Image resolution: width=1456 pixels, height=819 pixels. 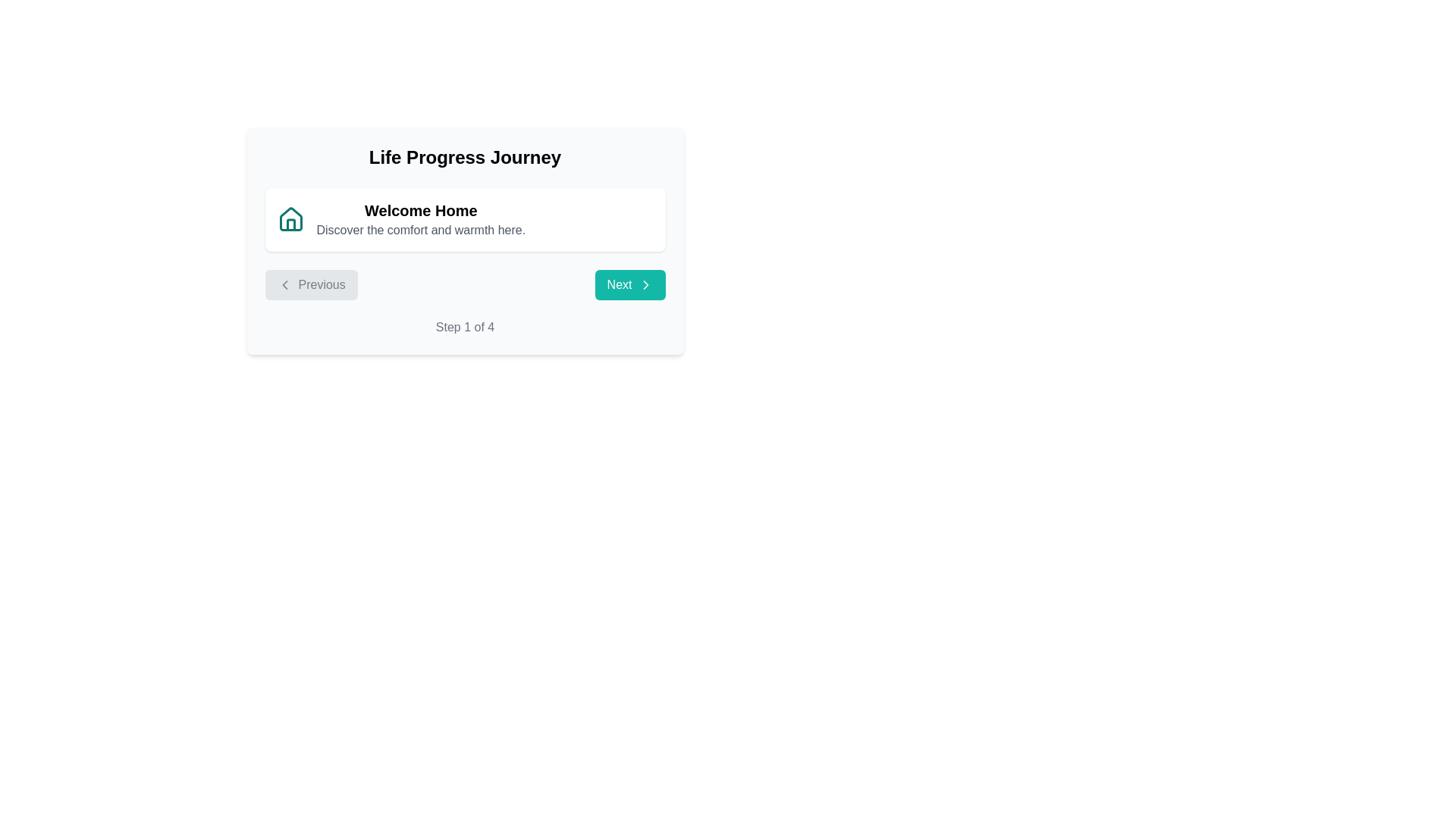 What do you see at coordinates (645, 284) in the screenshot?
I see `the visual indicator icon located at the rightmost side of the 'Next' button in the bottom-right area of the card interface` at bounding box center [645, 284].